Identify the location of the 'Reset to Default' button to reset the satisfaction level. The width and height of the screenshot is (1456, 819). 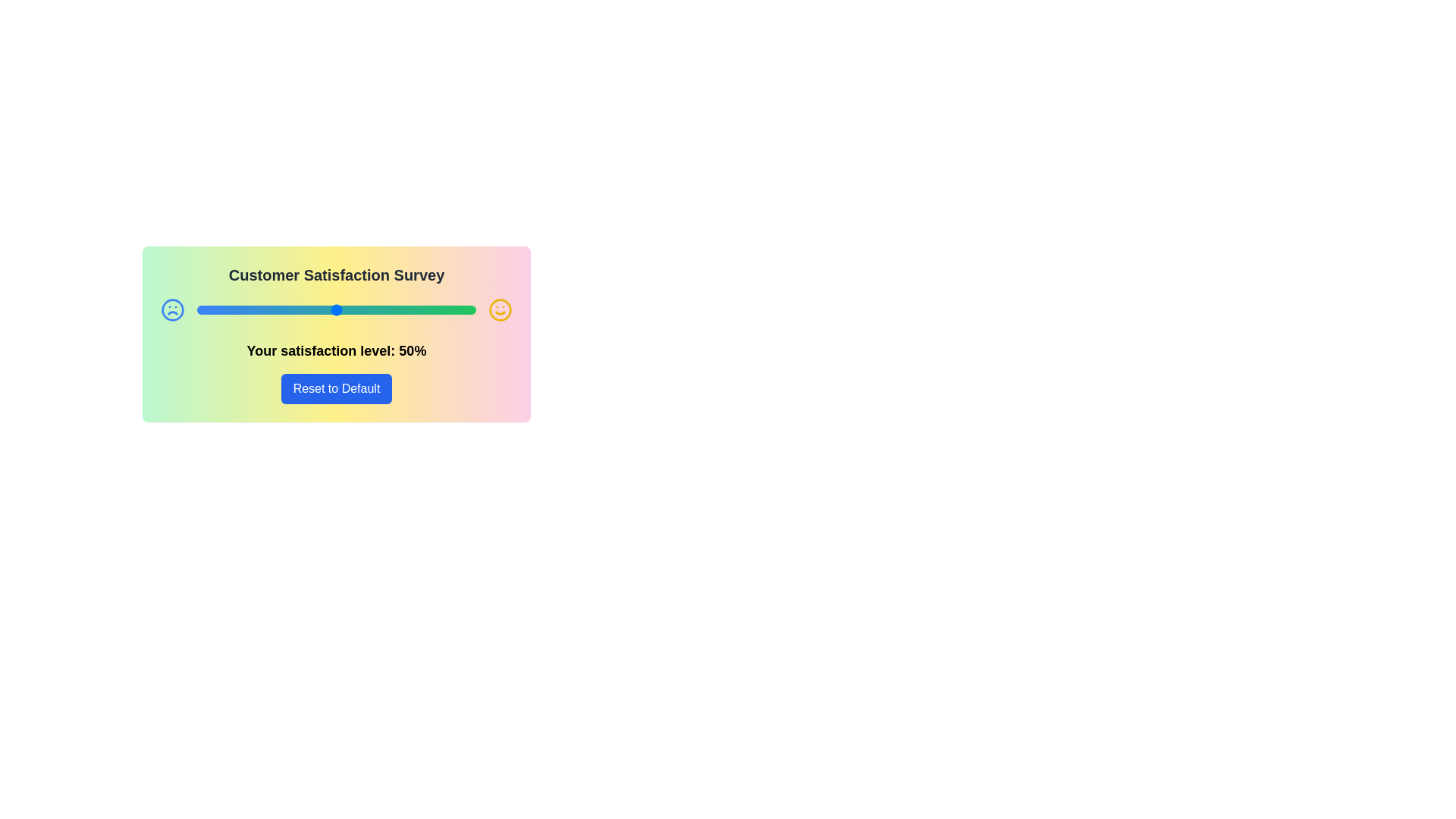
(335, 388).